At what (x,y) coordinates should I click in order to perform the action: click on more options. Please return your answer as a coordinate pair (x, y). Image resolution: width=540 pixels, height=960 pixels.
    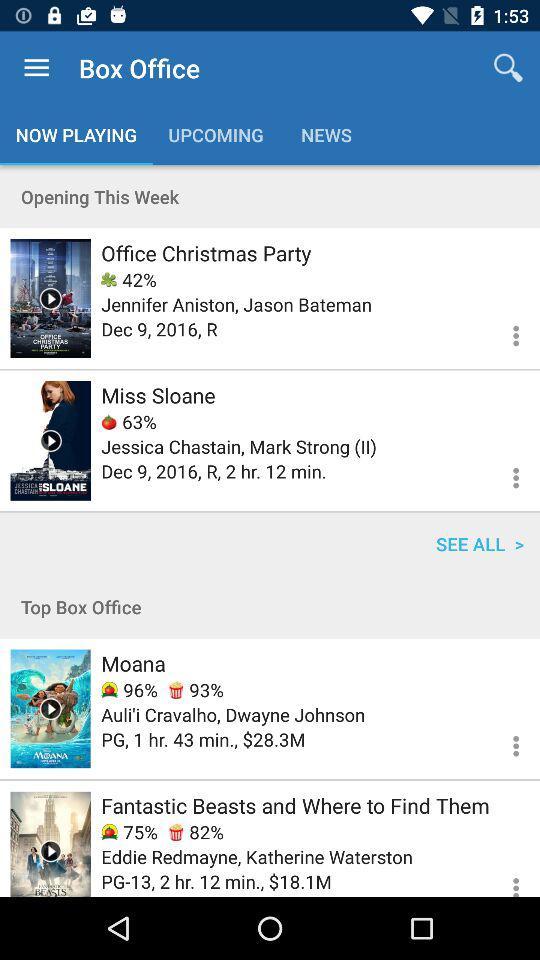
    Looking at the image, I should click on (503, 877).